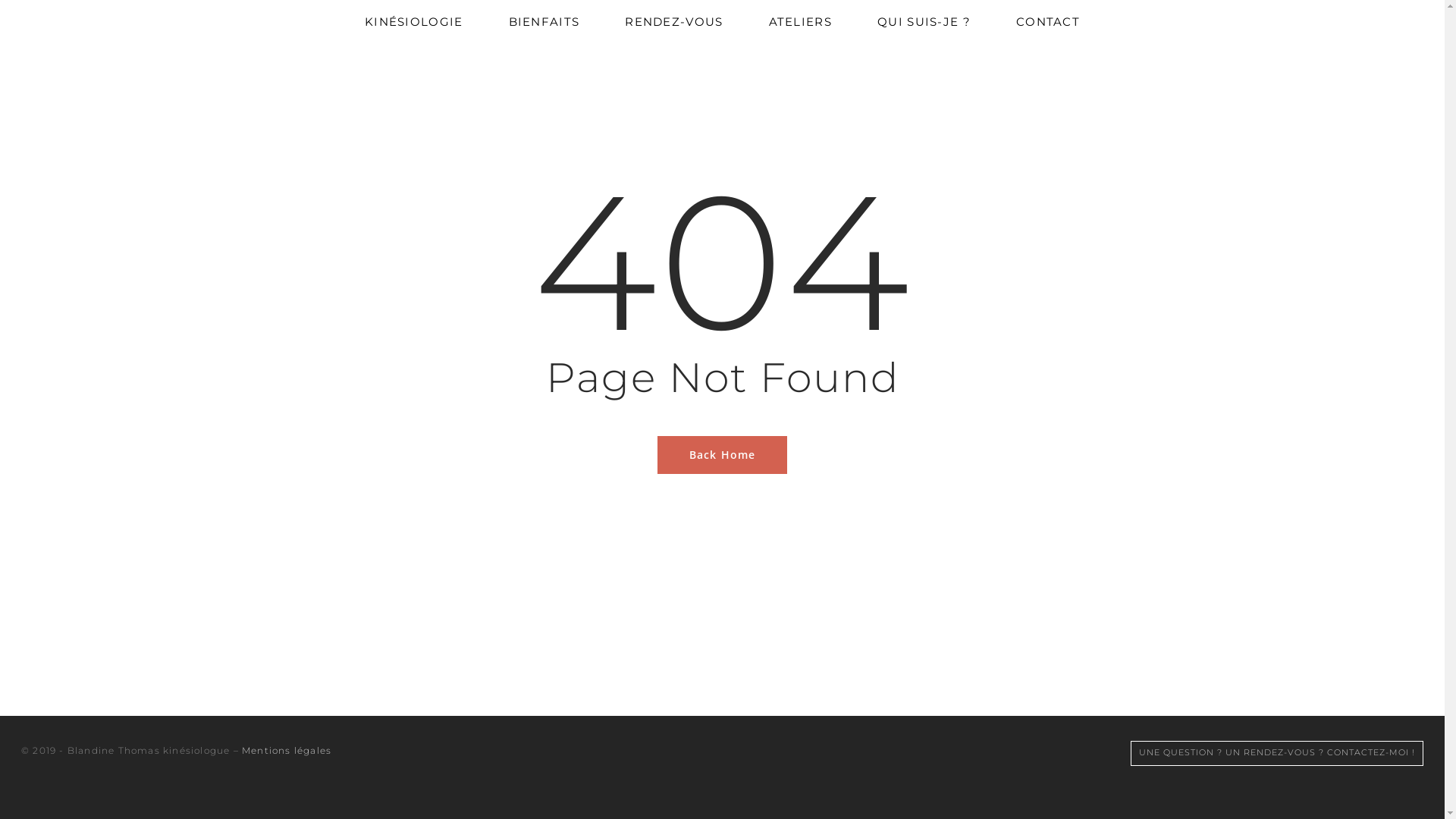  Describe the element at coordinates (1276, 752) in the screenshot. I see `'UNE QUESTION ? UN RENDEZ-VOUS ? CONTACTEZ-MOI !'` at that location.